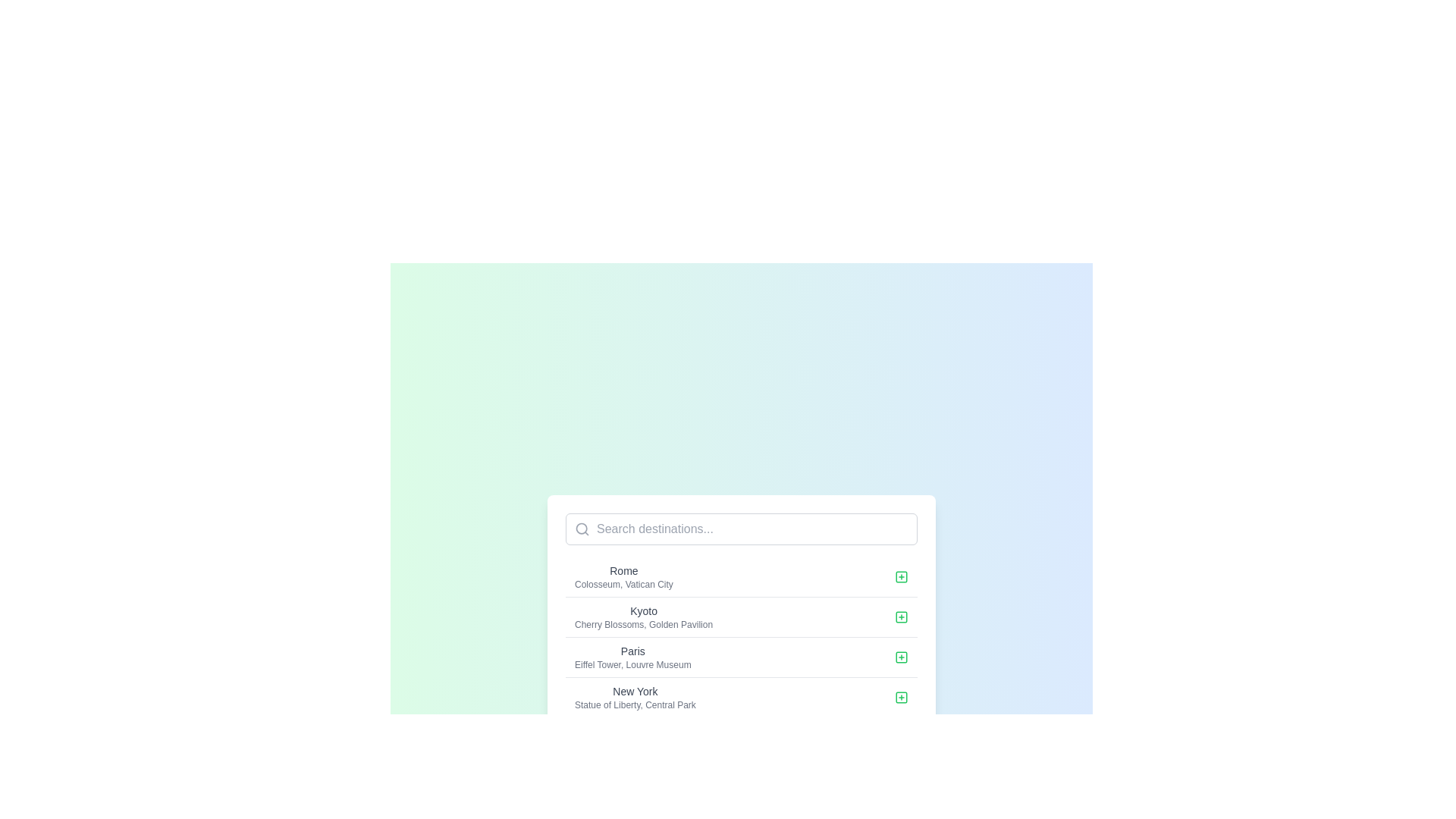 The width and height of the screenshot is (1456, 819). What do you see at coordinates (902, 576) in the screenshot?
I see `the addition button located at the far right of the row containing 'Rome Colosseum, Vatican City' to initiate the addition action` at bounding box center [902, 576].